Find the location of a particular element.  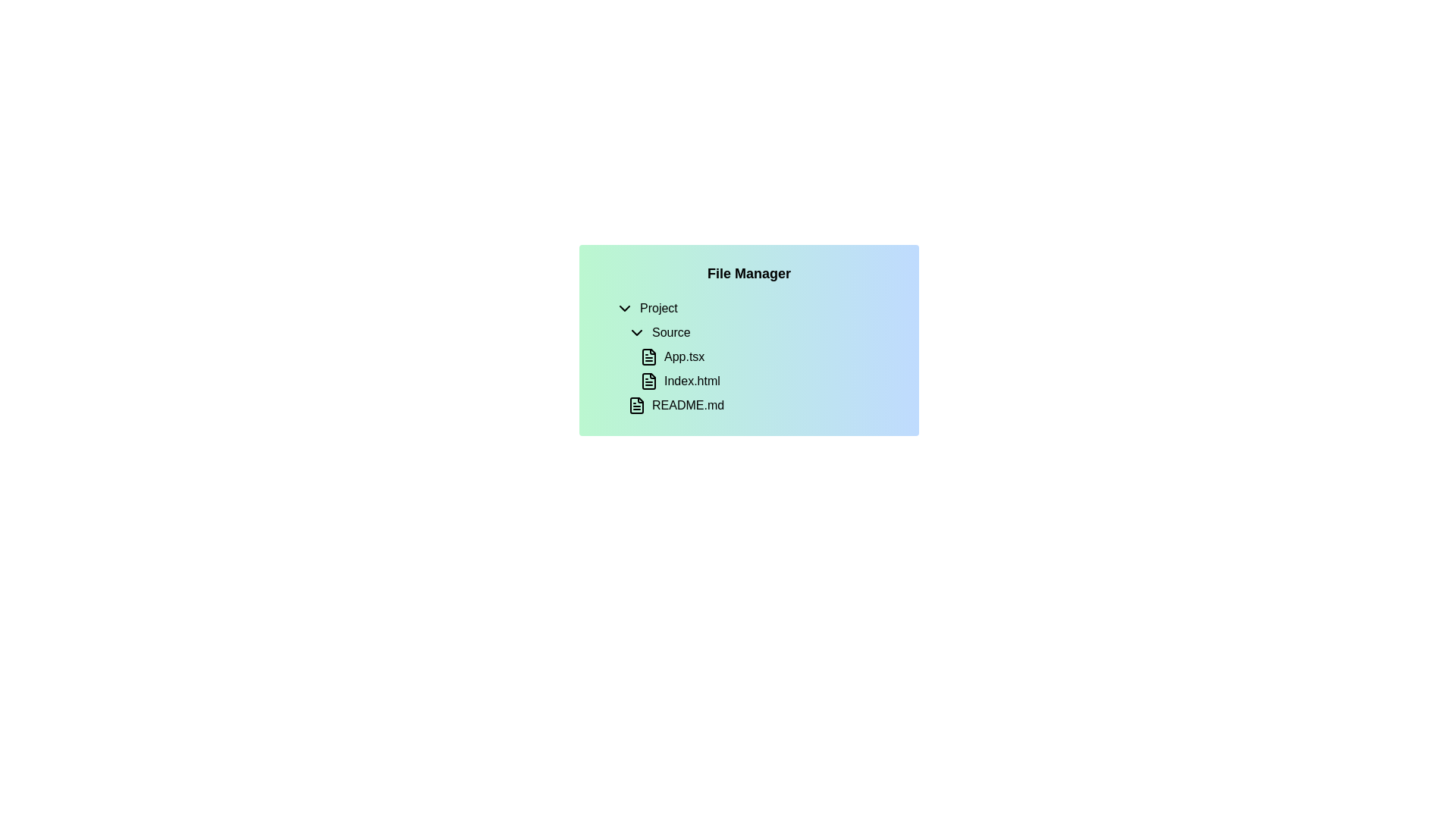

the document icon located to the left of the 'README.md' text label in the file list section of the 'Source' category in the 'File Manager' interface is located at coordinates (637, 405).